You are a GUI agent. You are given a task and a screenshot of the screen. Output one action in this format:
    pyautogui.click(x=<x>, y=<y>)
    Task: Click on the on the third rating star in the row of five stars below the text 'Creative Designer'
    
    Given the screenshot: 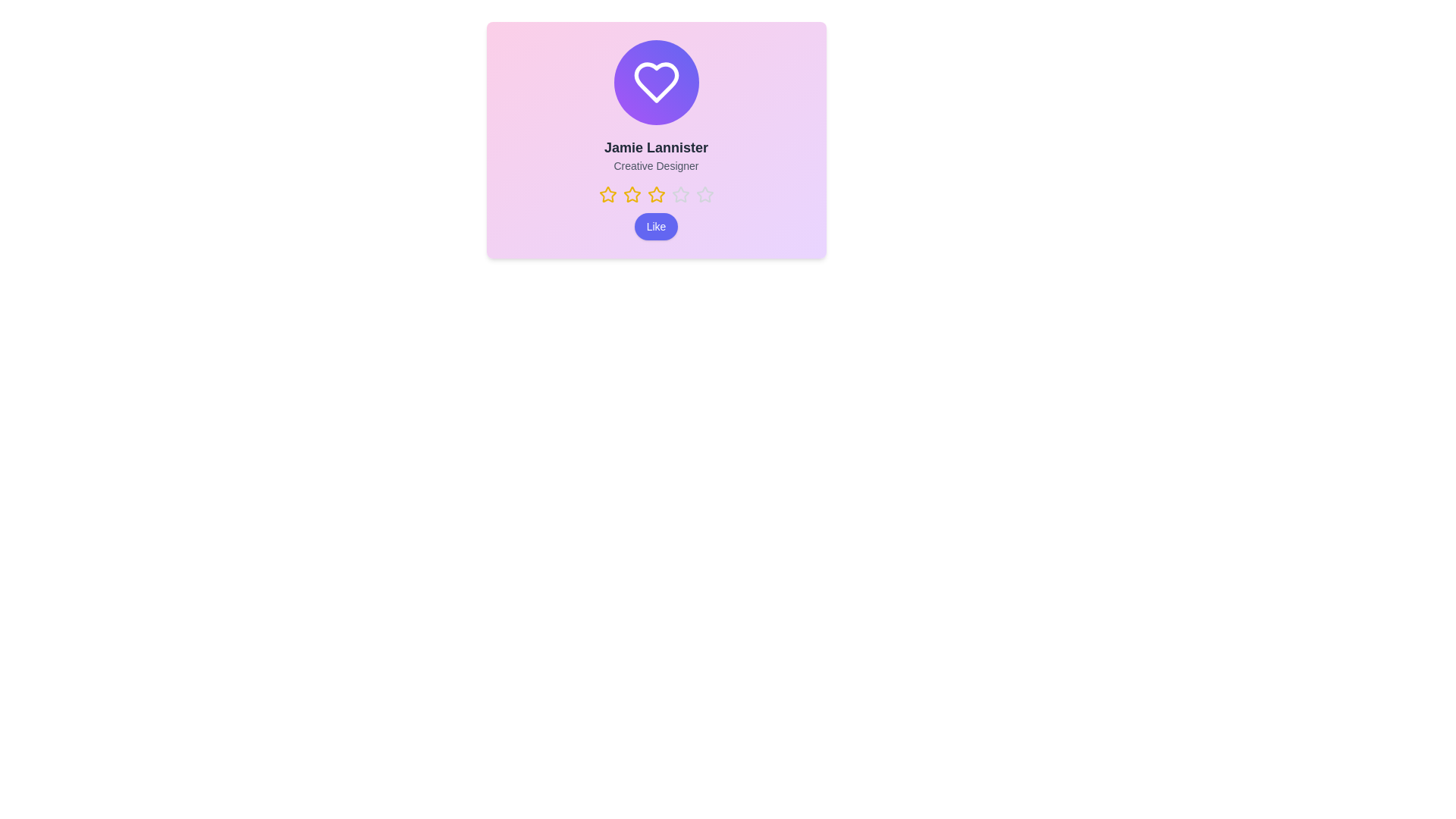 What is the action you would take?
    pyautogui.click(x=655, y=193)
    